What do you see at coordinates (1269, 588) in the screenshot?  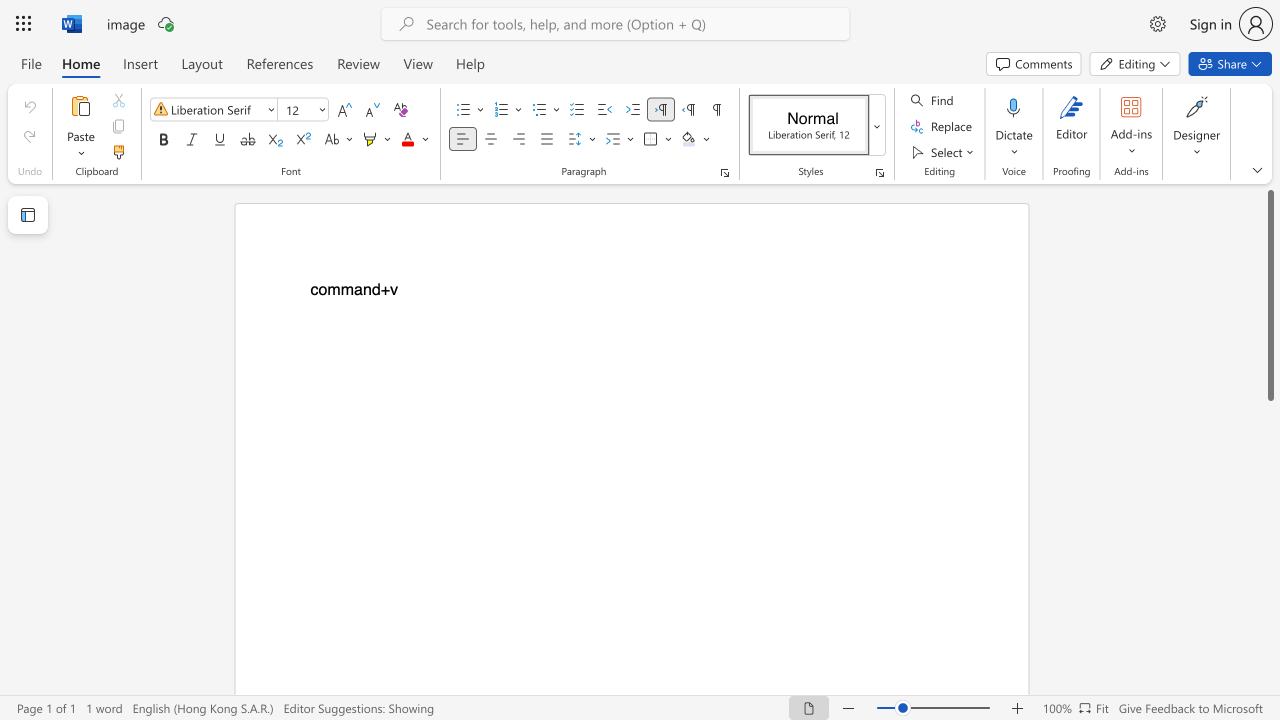 I see `the scrollbar to scroll the page down` at bounding box center [1269, 588].